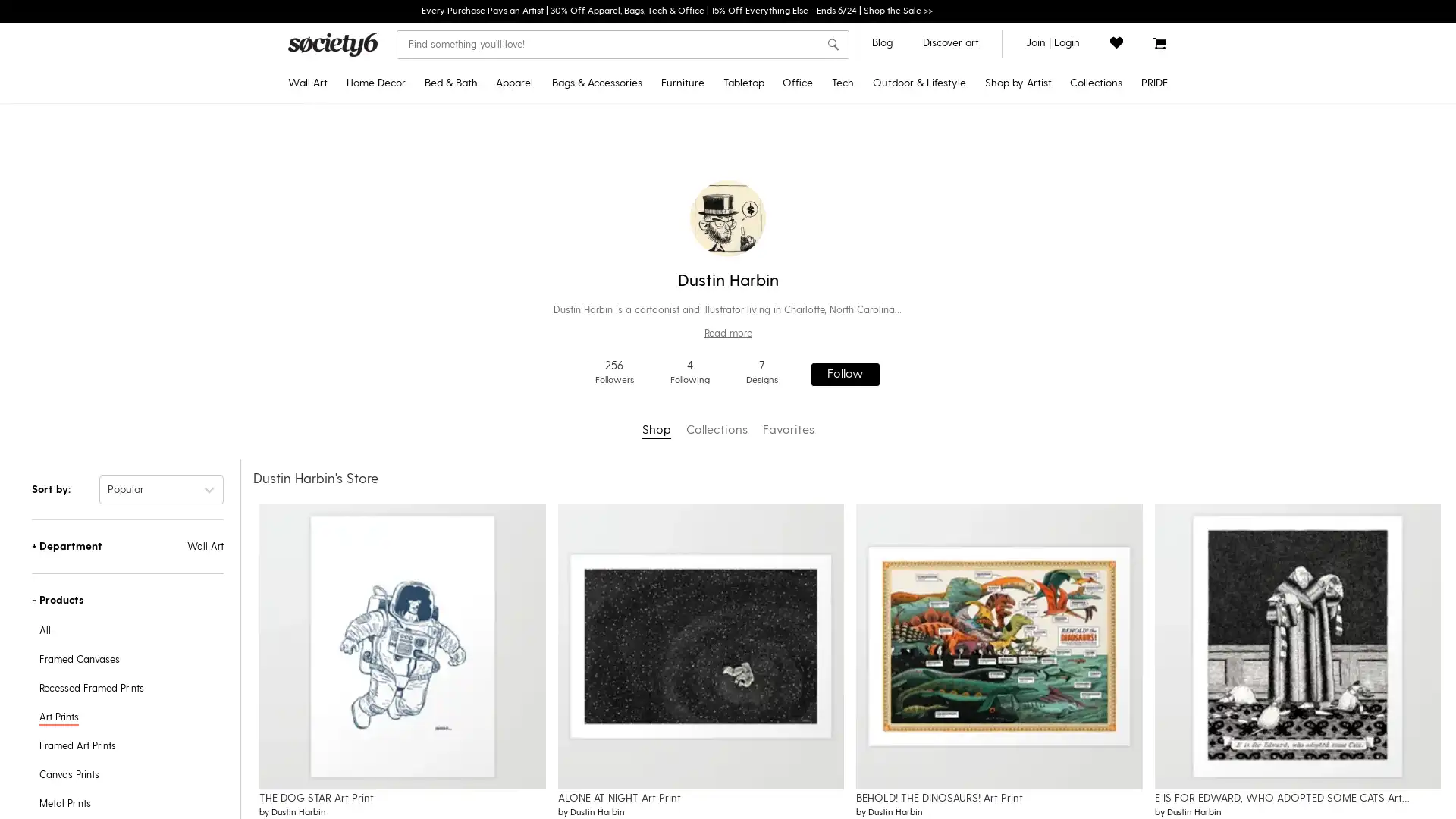 The height and width of the screenshot is (819, 1456). I want to click on Hand & Bath Towels, so click(483, 243).